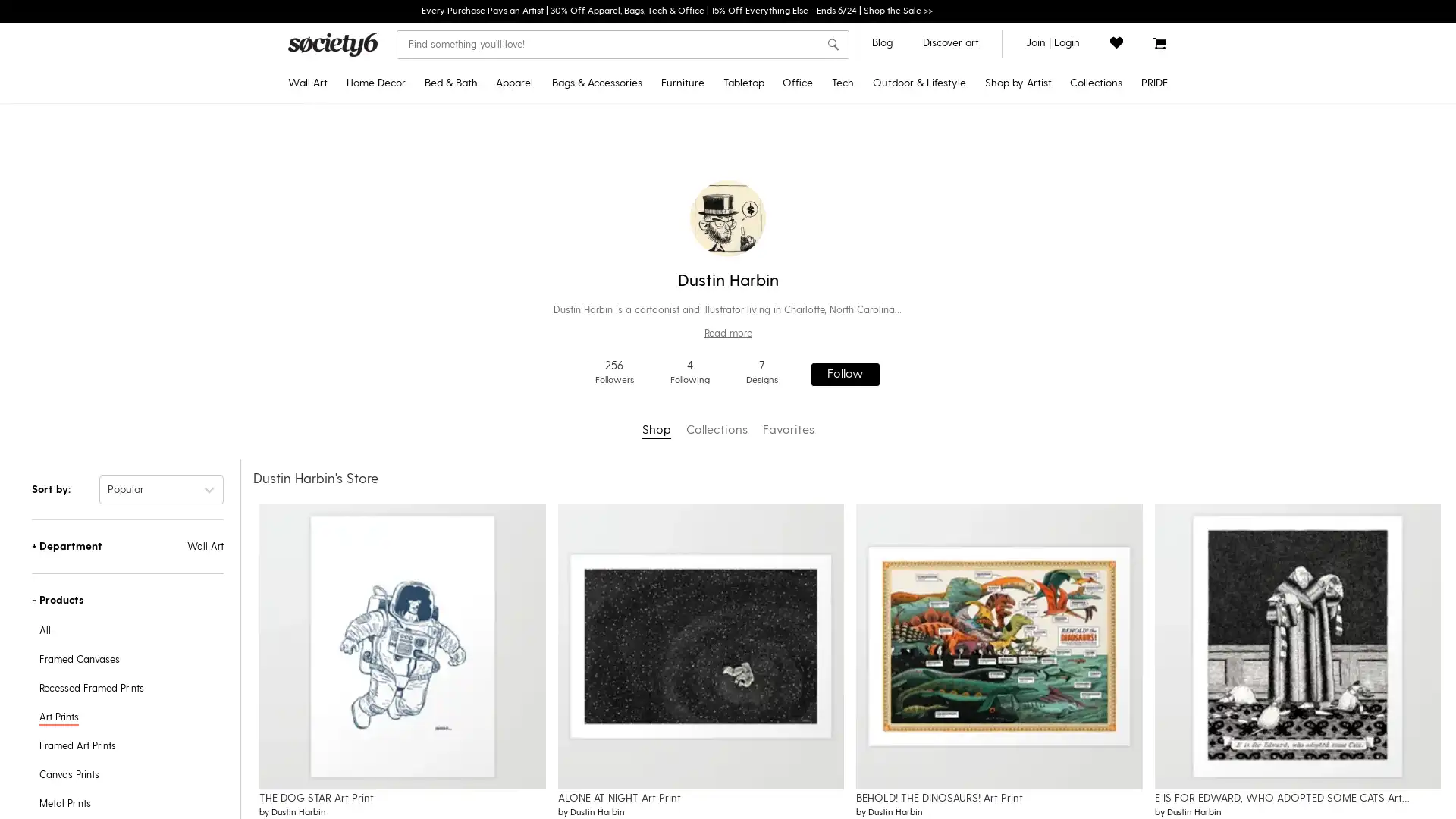 The height and width of the screenshot is (819, 1456). I want to click on Hand & Bath Towels, so click(483, 243).